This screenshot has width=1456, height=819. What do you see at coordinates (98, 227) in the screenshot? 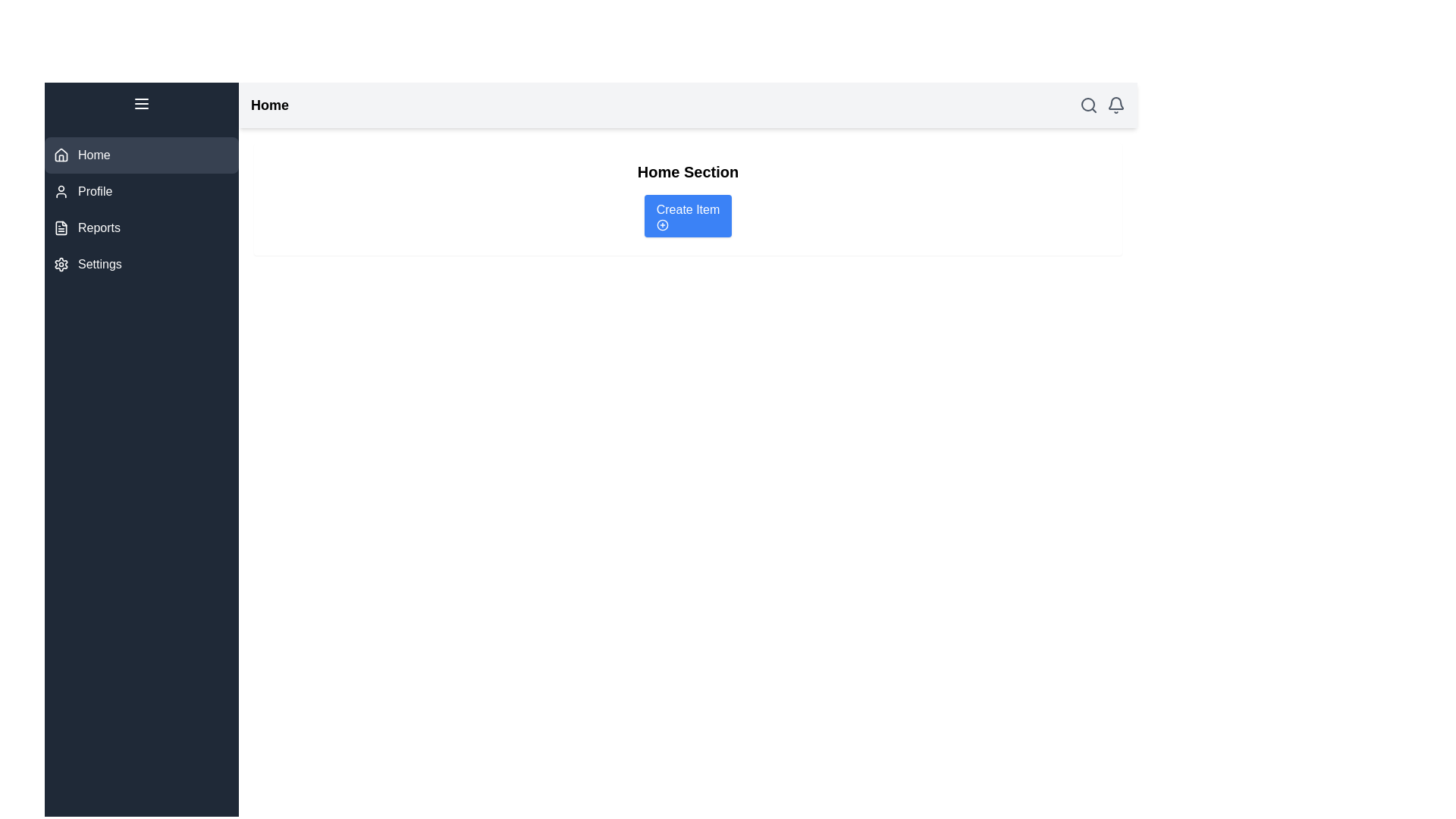
I see `the 'Reports' text label in the vertical navigation menu, which is styled in white font on a dark background and positioned between 'Profile' and 'Settings'` at bounding box center [98, 227].